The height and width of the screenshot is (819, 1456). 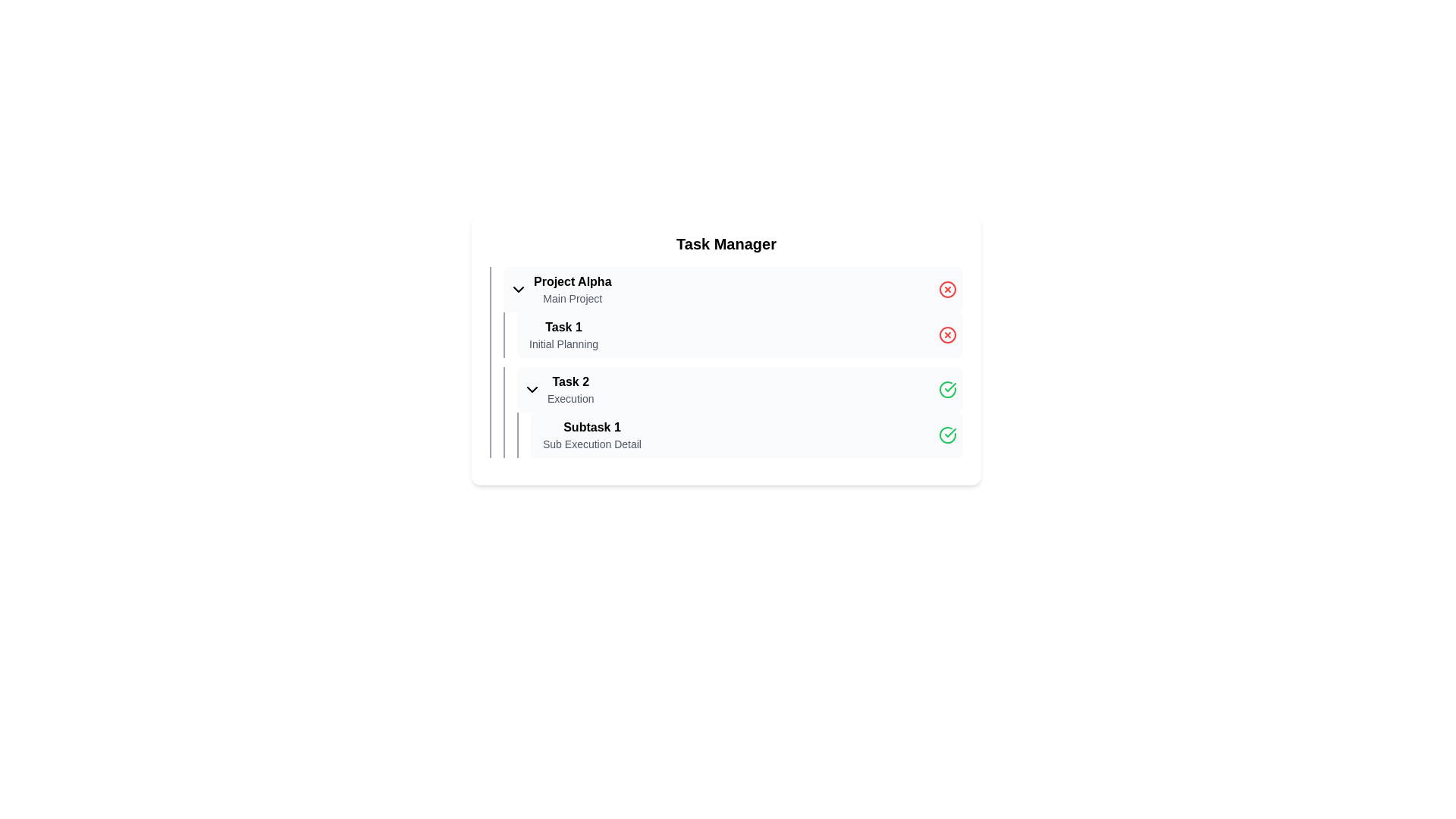 I want to click on text content of the Text label that identifies a specific task within the 'Task Manager' section under 'Project Alpha', so click(x=570, y=381).